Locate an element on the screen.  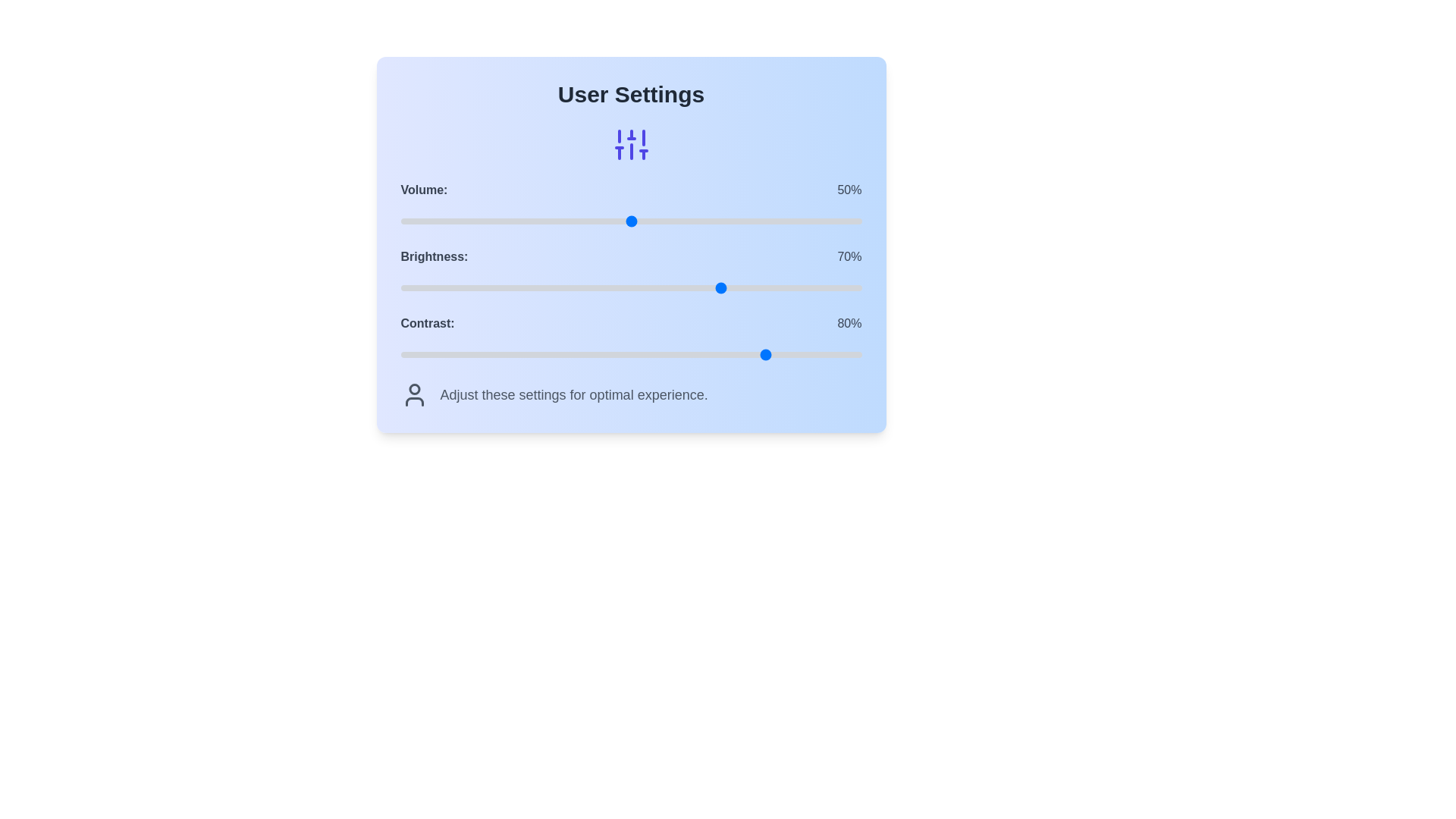
the static text element displaying '80%' in gray font, which indicates the contrast level in the settings interface is located at coordinates (849, 323).